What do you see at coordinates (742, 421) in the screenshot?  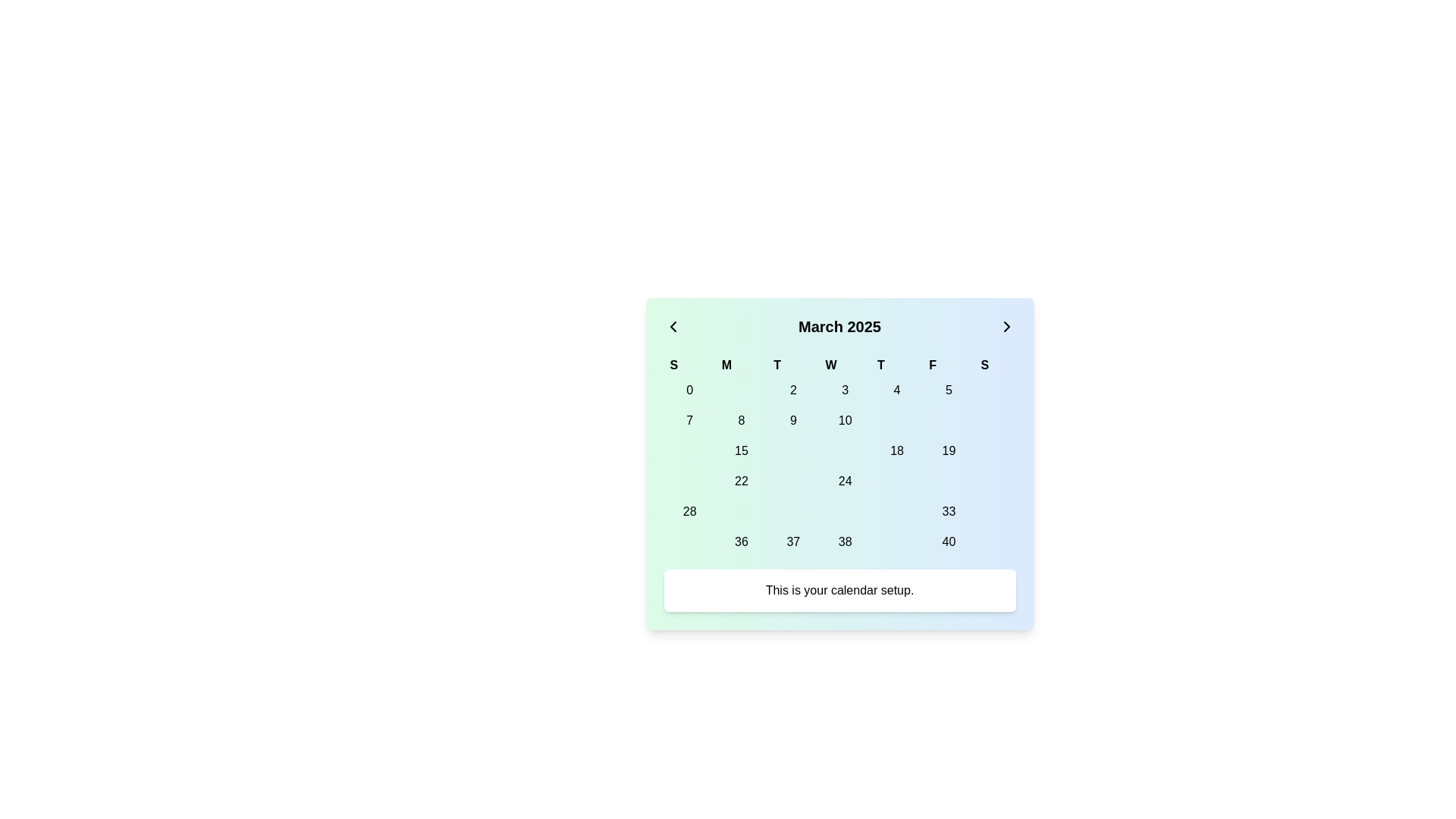 I see `the Text element displaying the number '8', which is positioned in the second column of the first row of digits, between '7' and '9'` at bounding box center [742, 421].